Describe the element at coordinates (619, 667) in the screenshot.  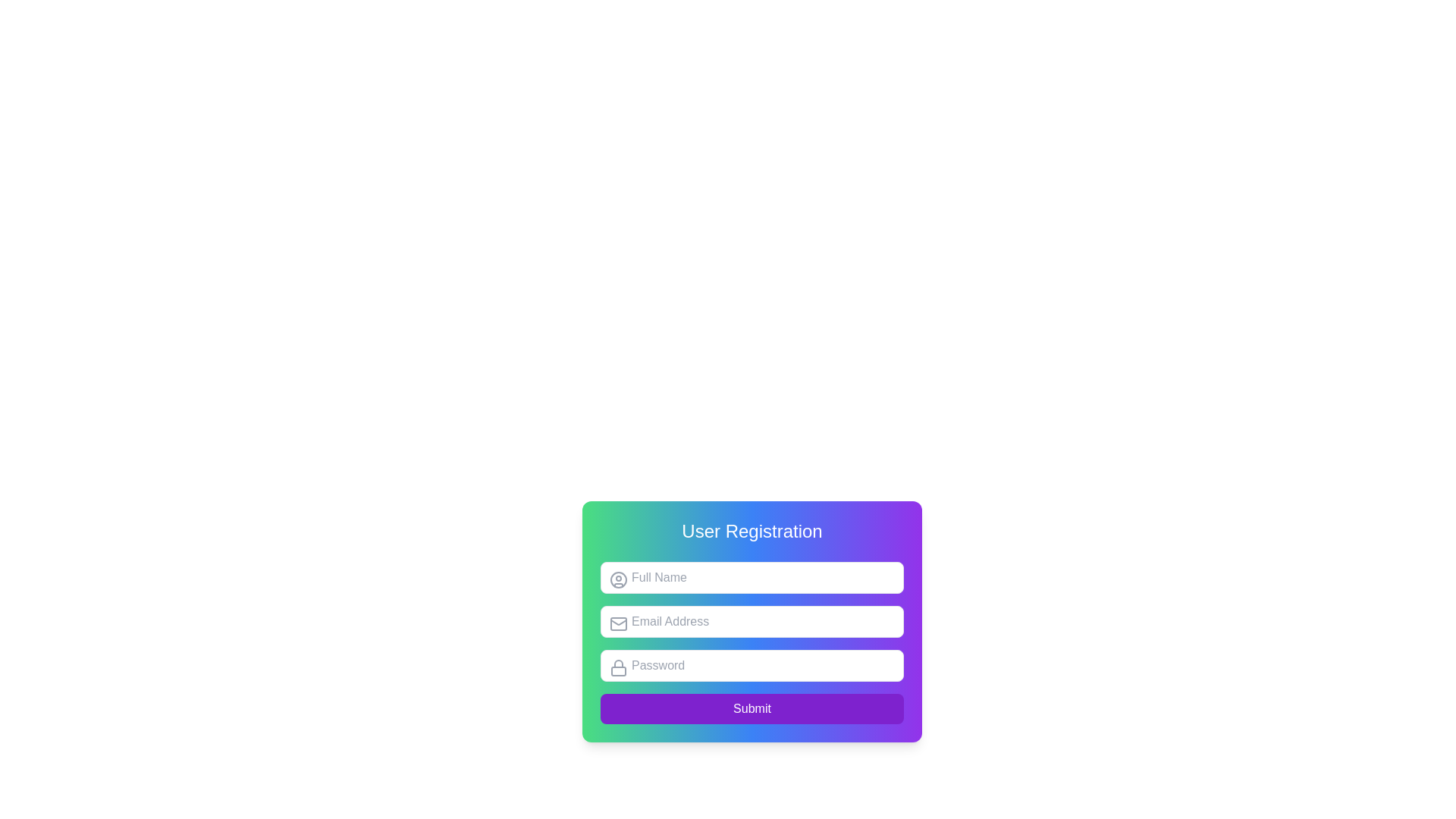
I see `the lock icon that indicates the password input field, located at the top left corner within the password section` at that location.